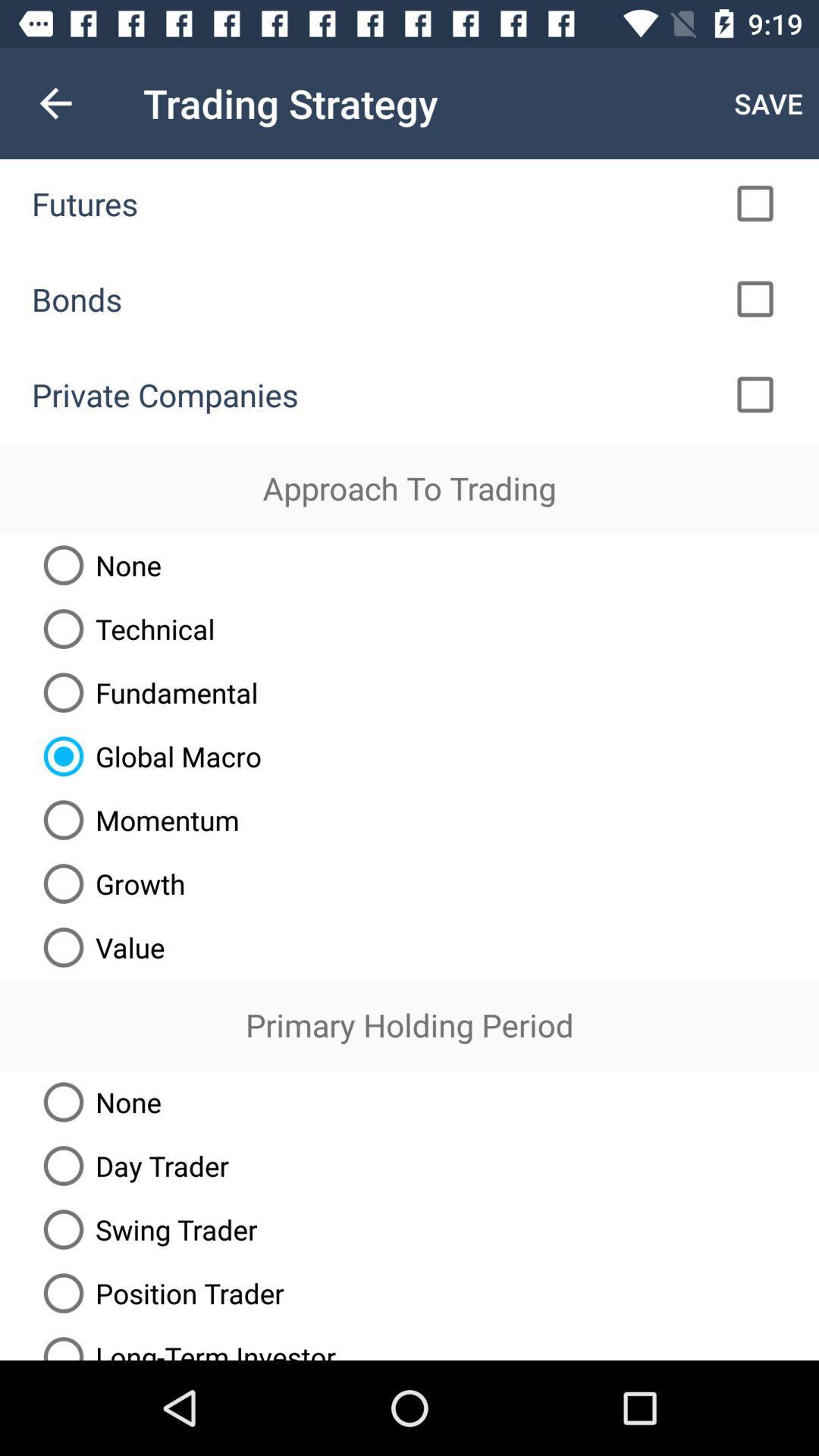 The image size is (819, 1456). What do you see at coordinates (146, 756) in the screenshot?
I see `icon below fundamental radio button` at bounding box center [146, 756].